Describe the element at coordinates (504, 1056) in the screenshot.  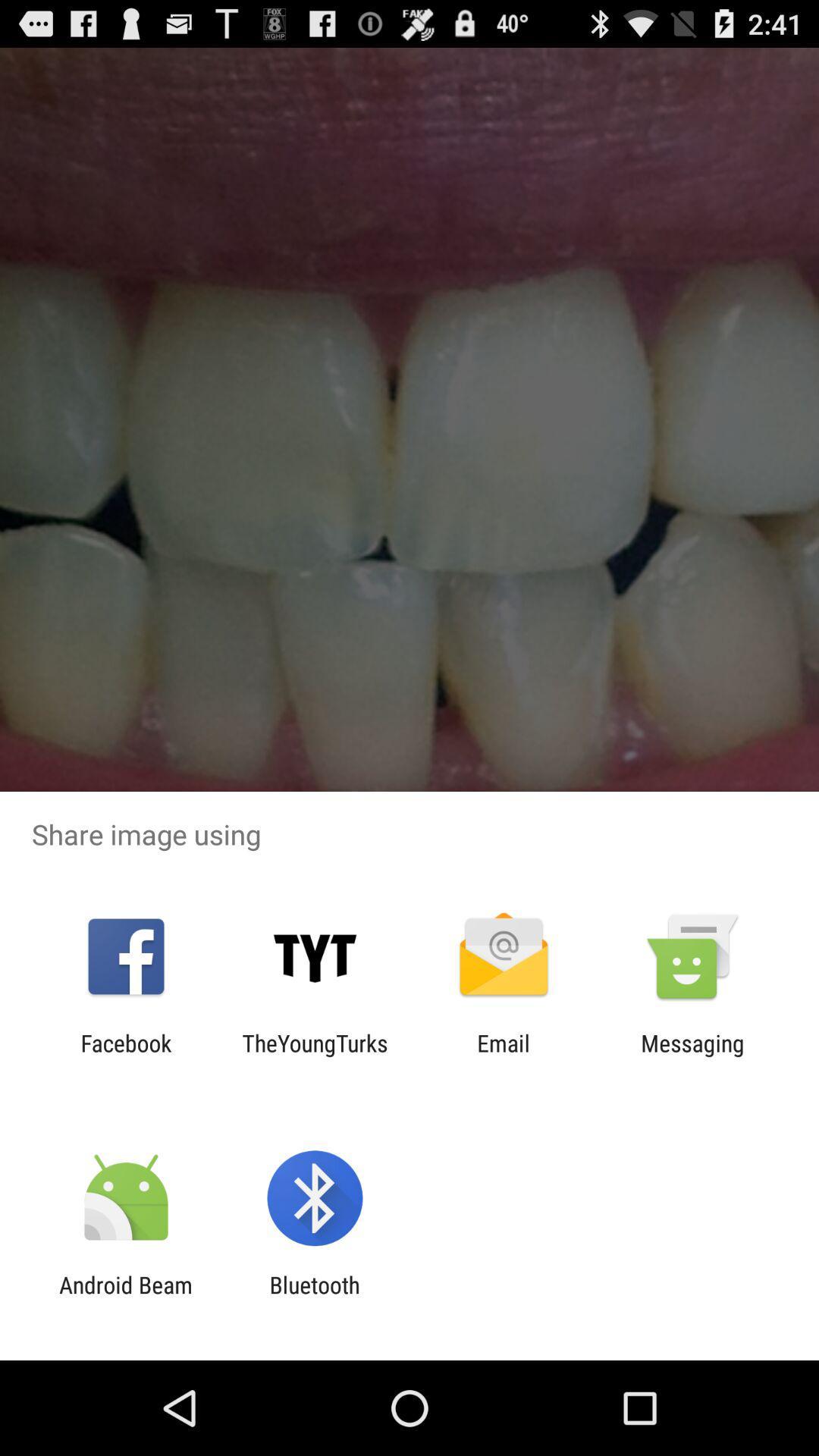
I see `icon next to the theyoungturks item` at that location.